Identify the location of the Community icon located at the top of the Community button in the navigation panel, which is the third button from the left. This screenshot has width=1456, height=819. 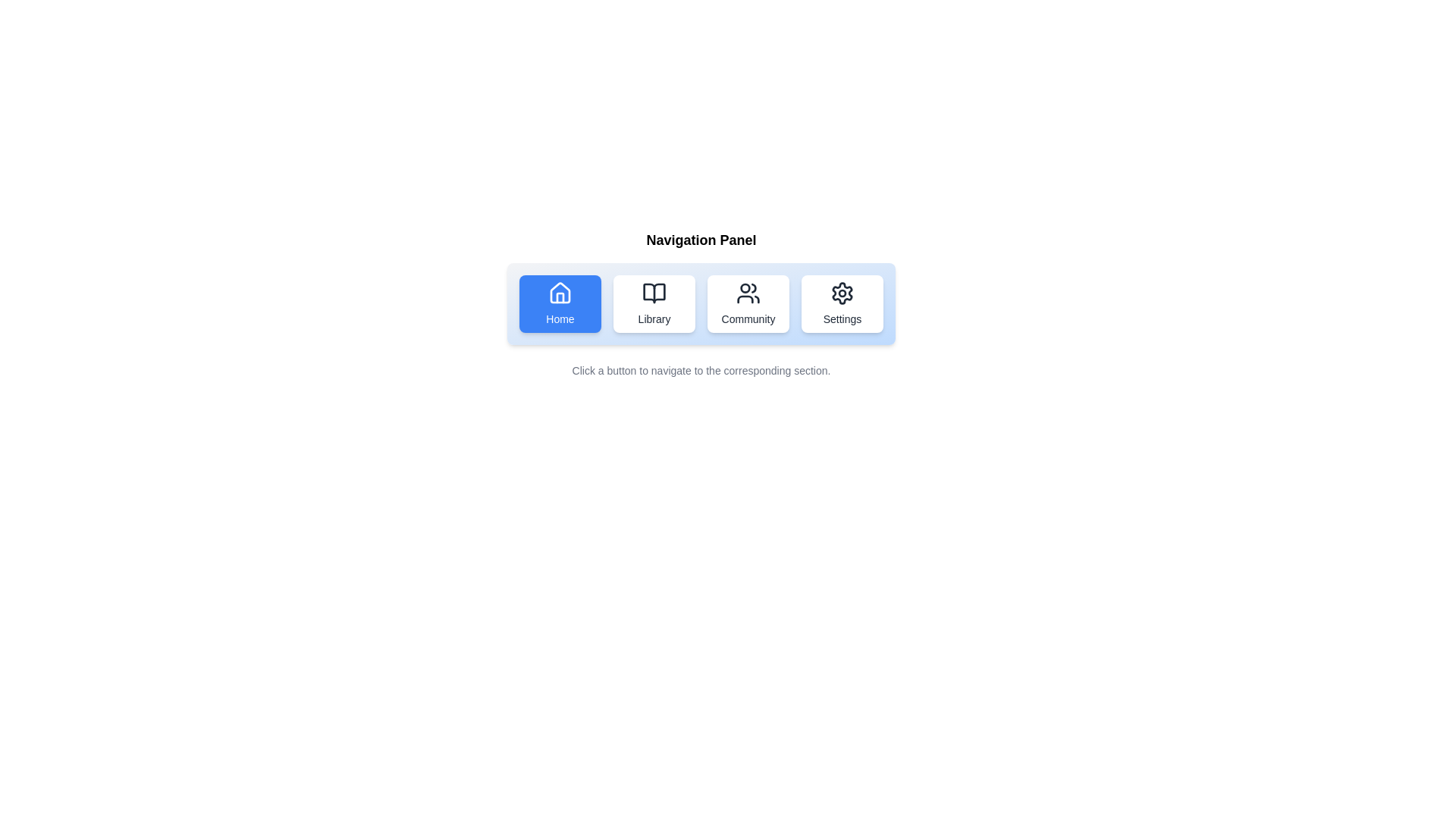
(748, 293).